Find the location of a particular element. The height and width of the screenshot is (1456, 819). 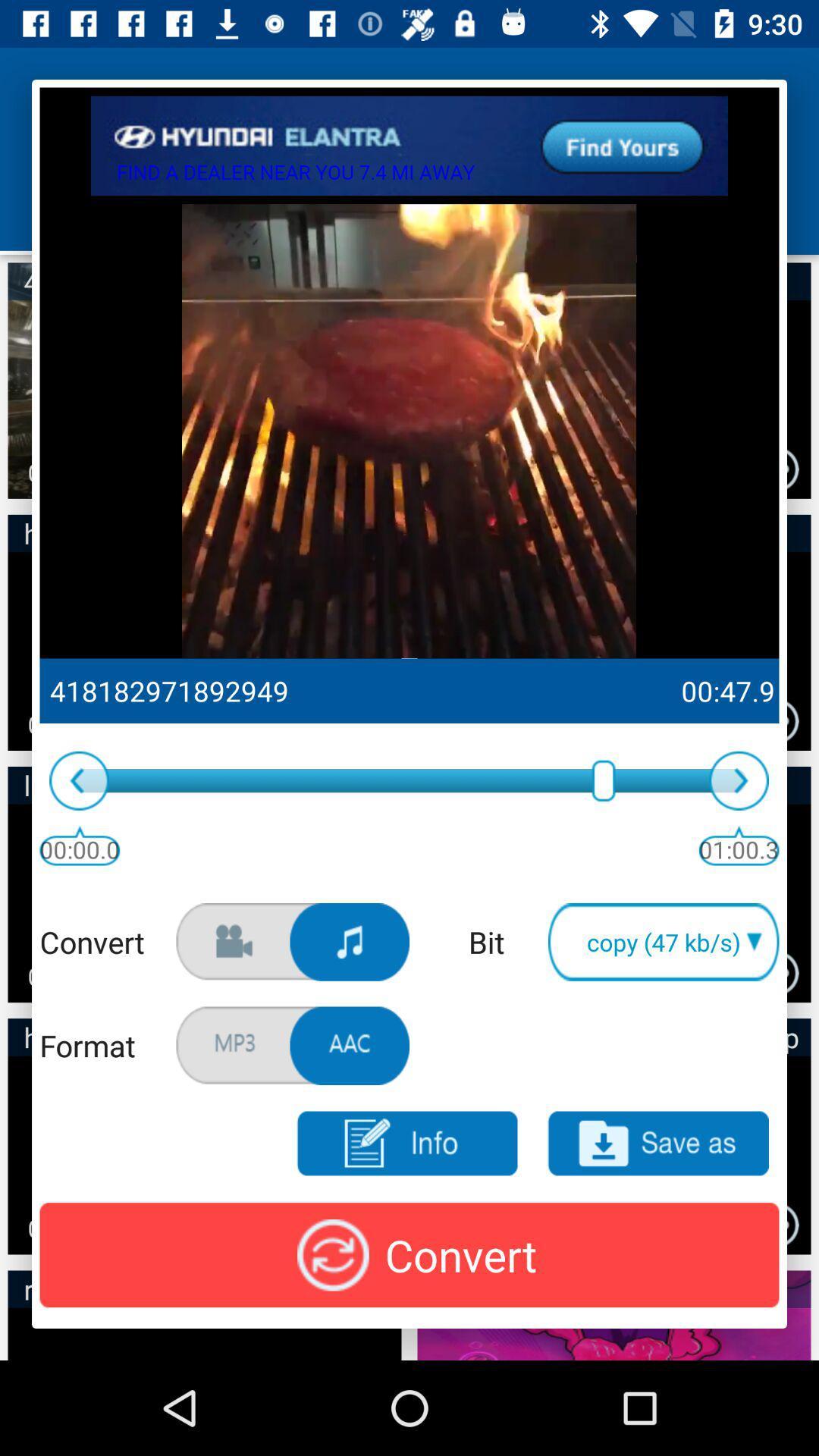

enable format mode is located at coordinates (350, 1045).